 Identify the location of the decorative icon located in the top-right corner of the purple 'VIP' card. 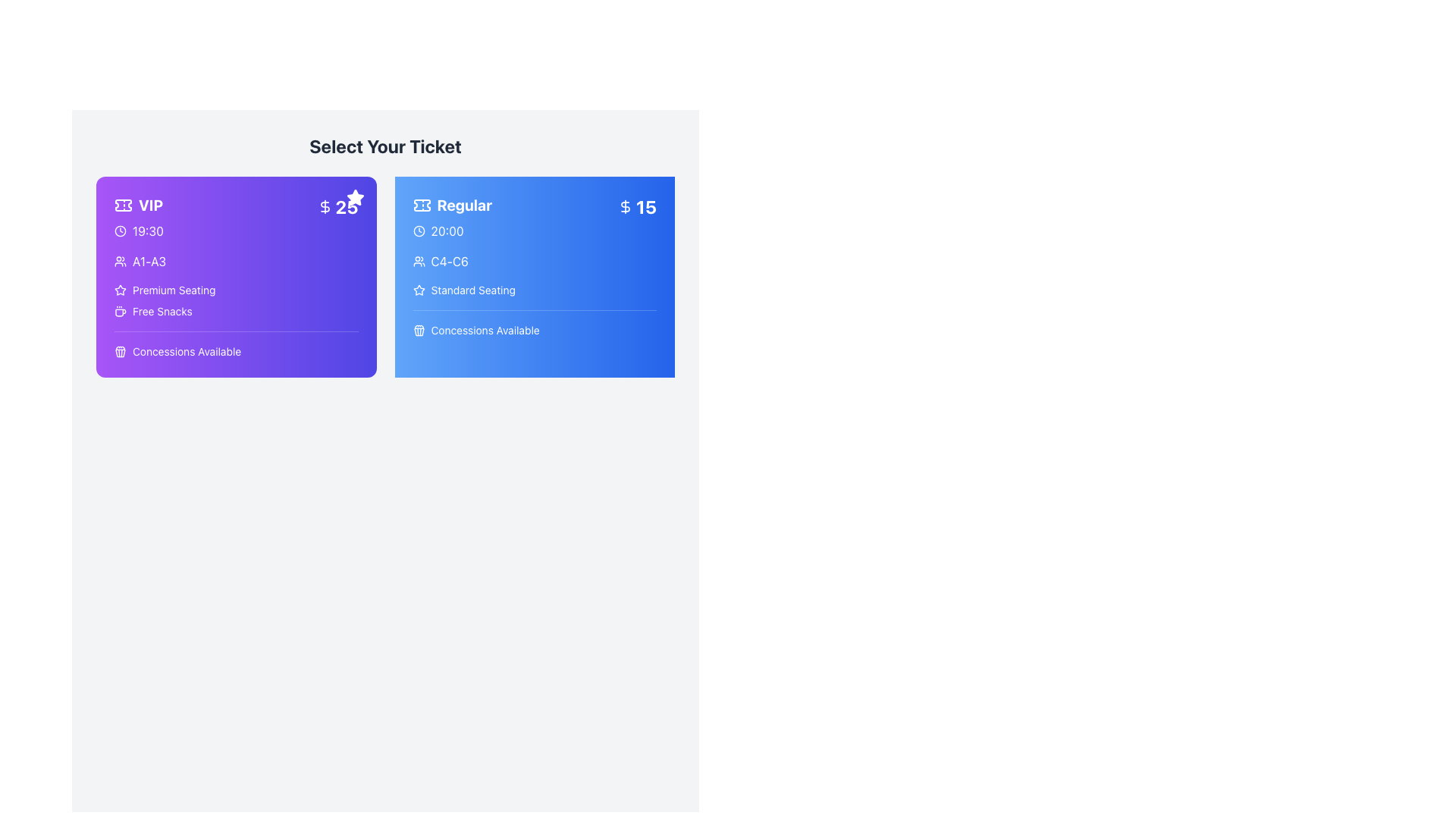
(354, 197).